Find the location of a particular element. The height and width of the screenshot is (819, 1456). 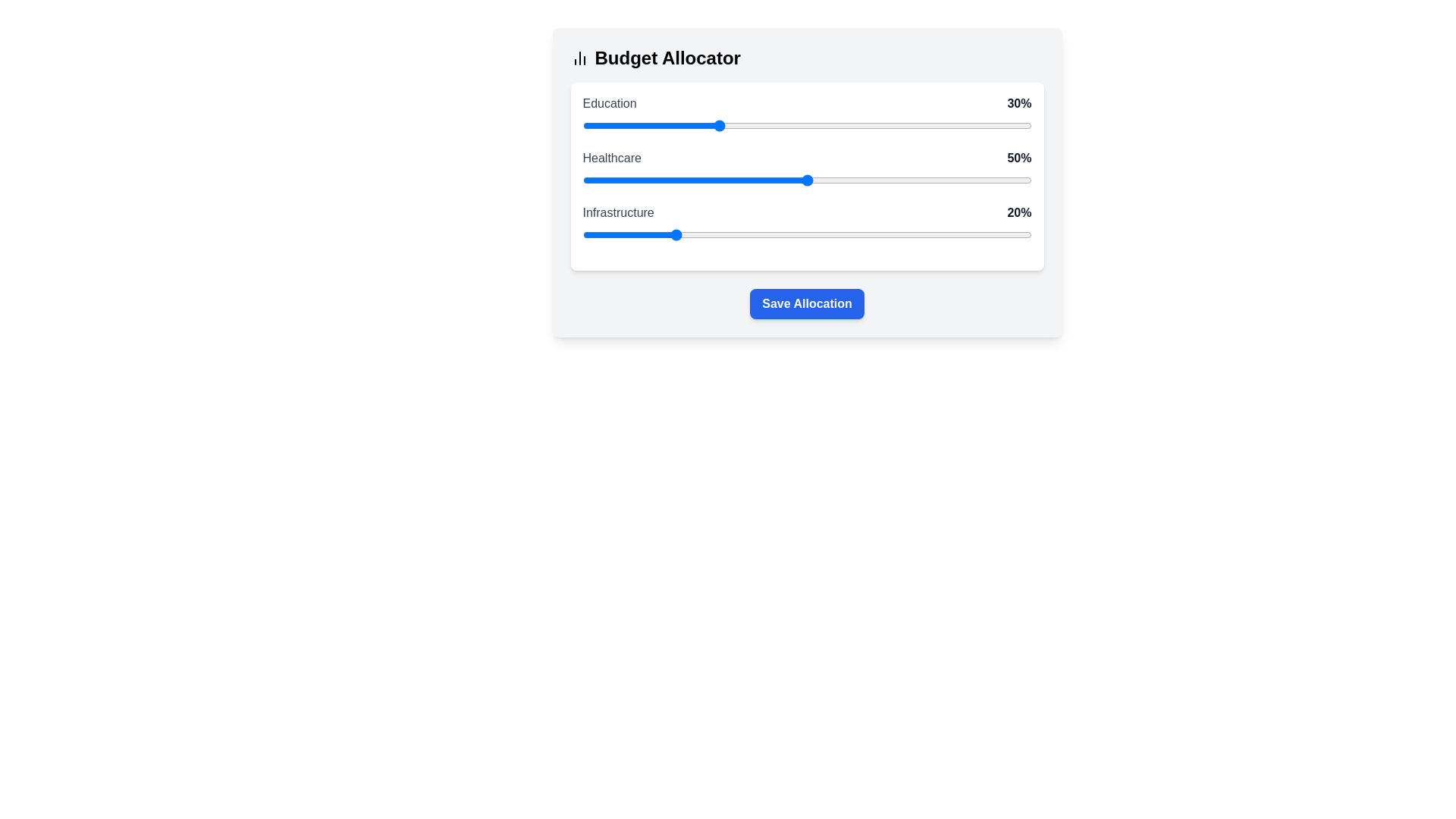

the 'Save Allocation' button which is a rectangular button with a blue background, rounded corners, and bold white text, to observe its hover effect is located at coordinates (806, 304).